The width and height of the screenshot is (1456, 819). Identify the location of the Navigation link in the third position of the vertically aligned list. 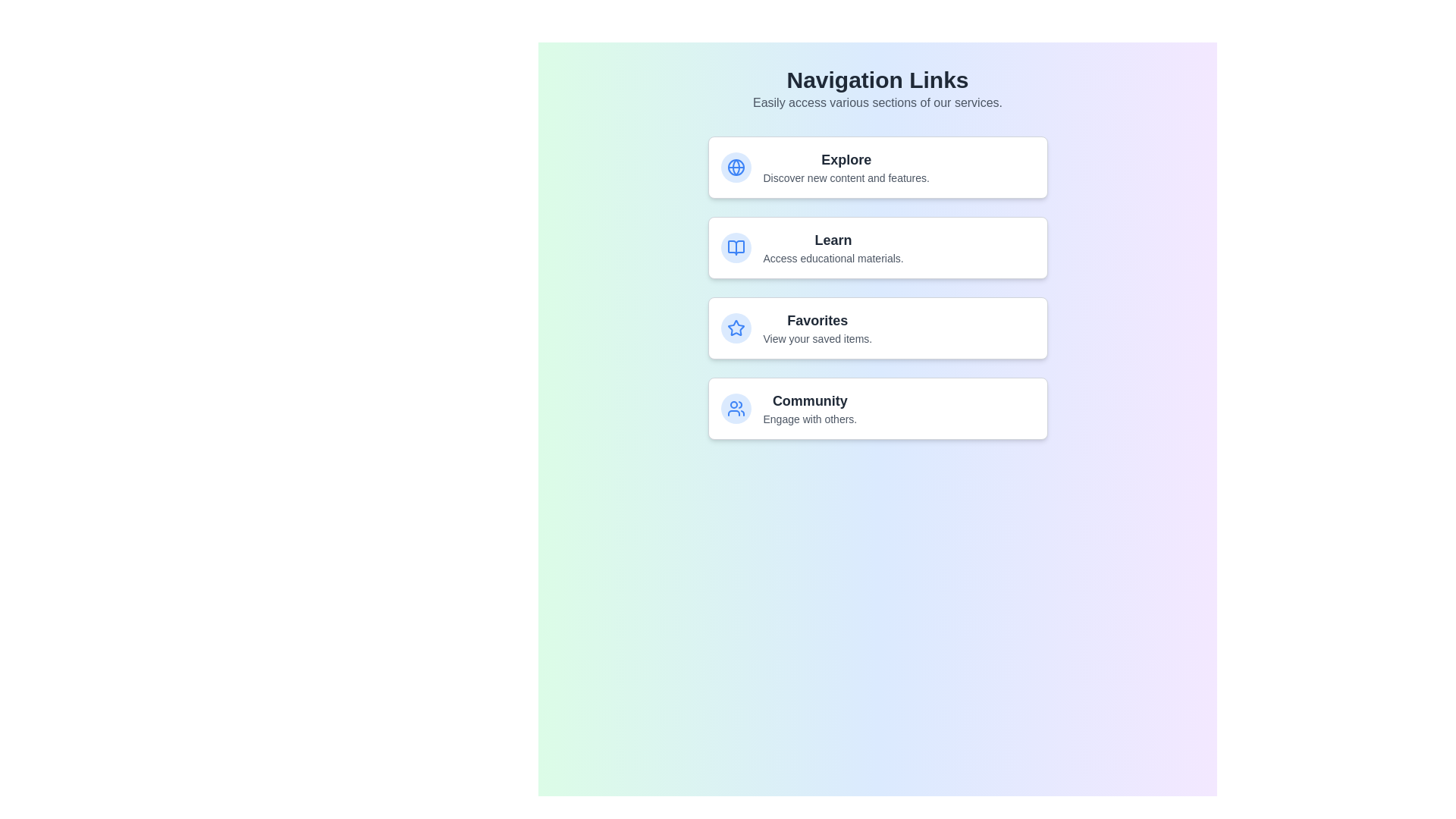
(877, 327).